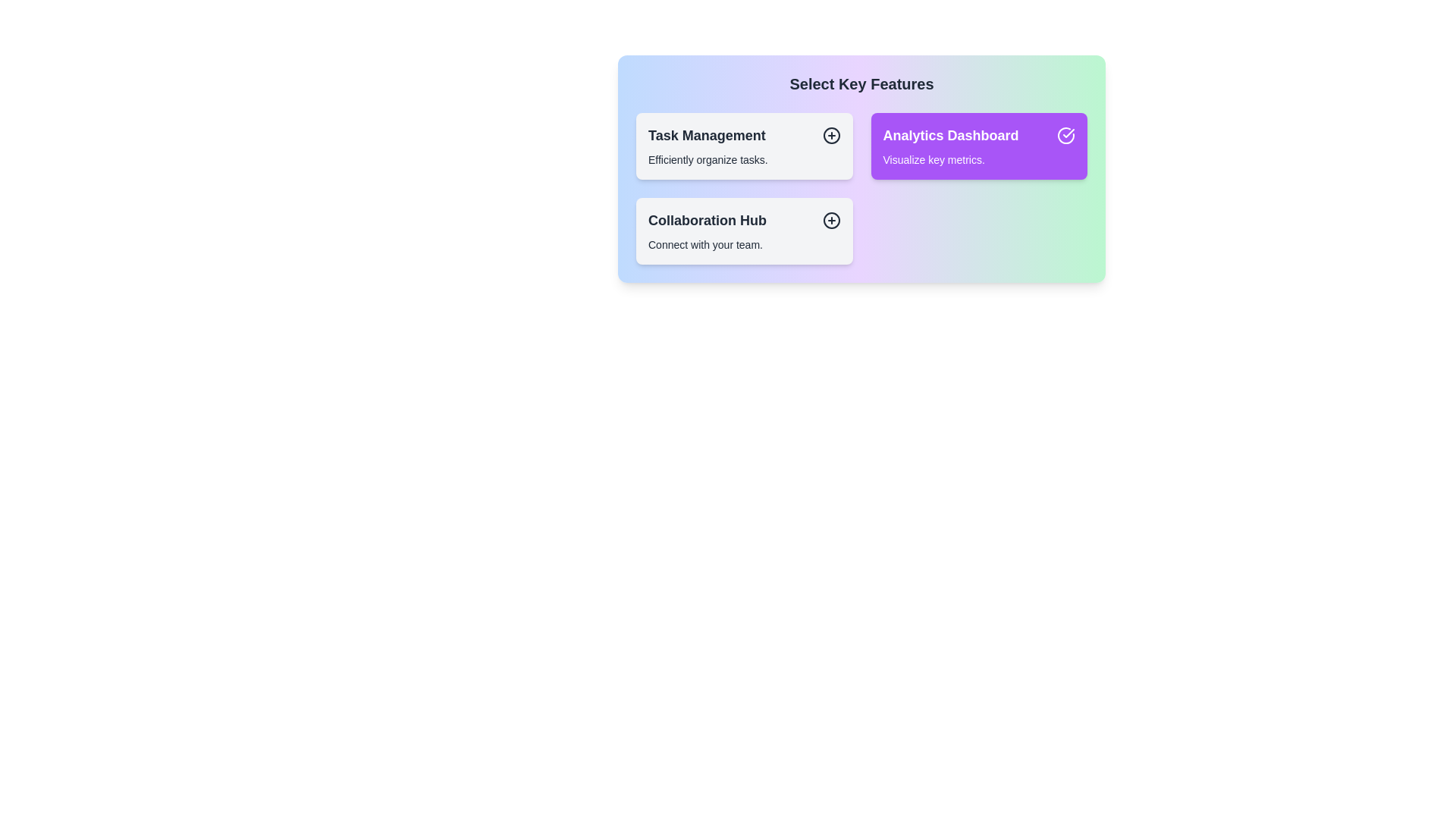 The height and width of the screenshot is (819, 1456). What do you see at coordinates (744, 146) in the screenshot?
I see `the item Task Management` at bounding box center [744, 146].